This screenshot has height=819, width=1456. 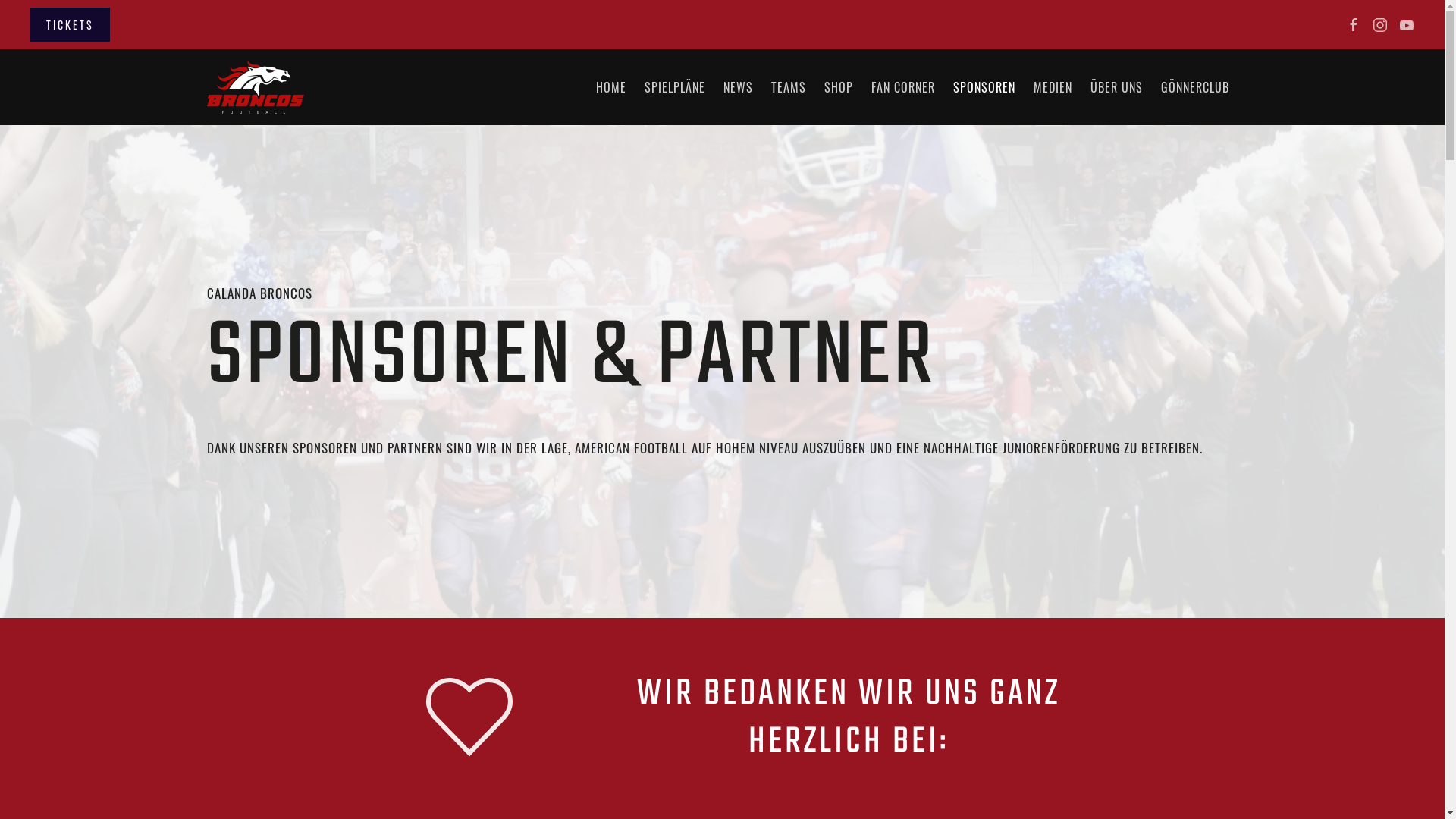 What do you see at coordinates (761, 87) in the screenshot?
I see `'TEAMS'` at bounding box center [761, 87].